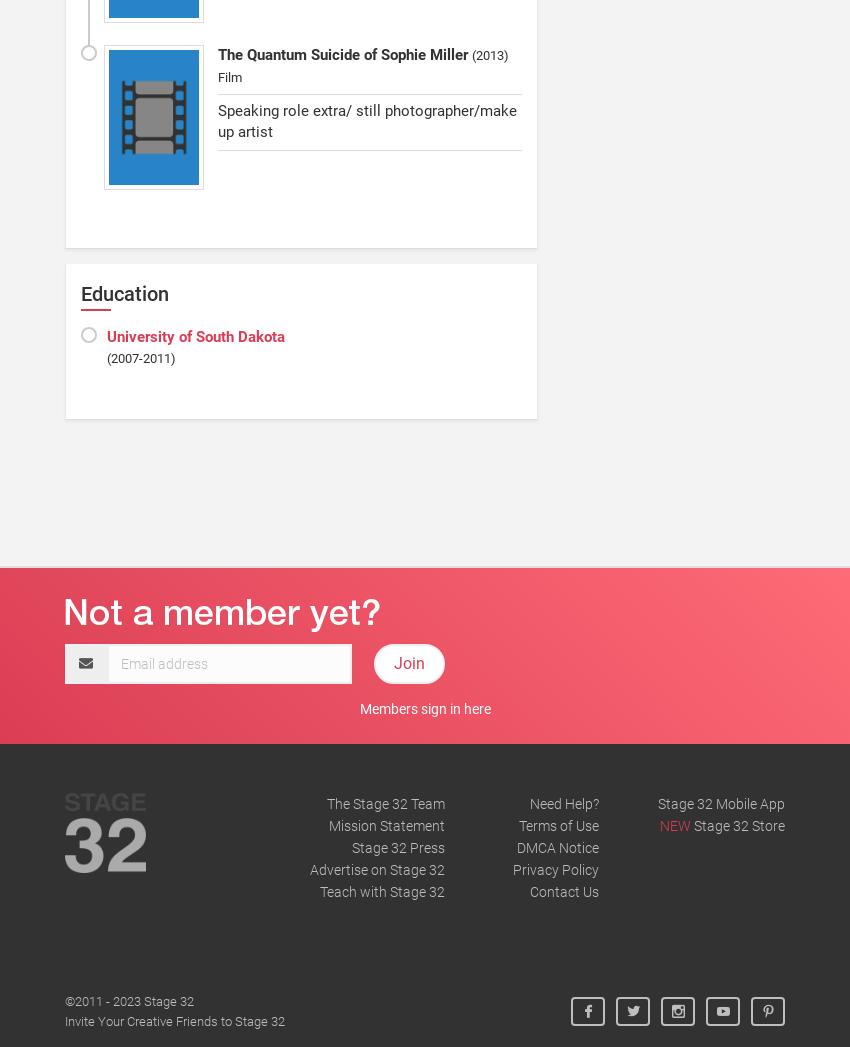 This screenshot has height=1047, width=850. I want to click on 'Contact Us', so click(564, 889).